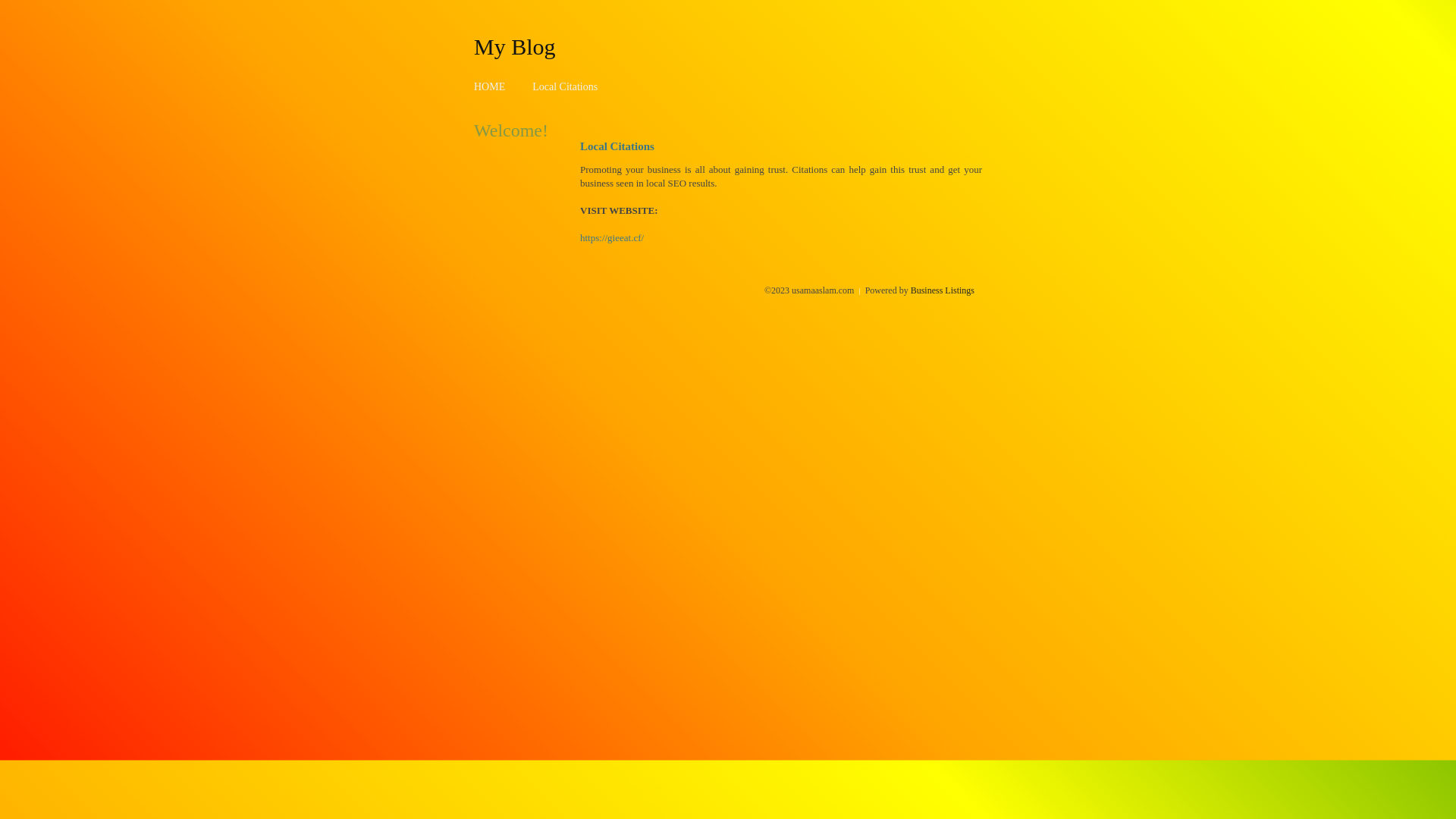 The image size is (1456, 819). Describe the element at coordinates (489, 86) in the screenshot. I see `'HOME'` at that location.